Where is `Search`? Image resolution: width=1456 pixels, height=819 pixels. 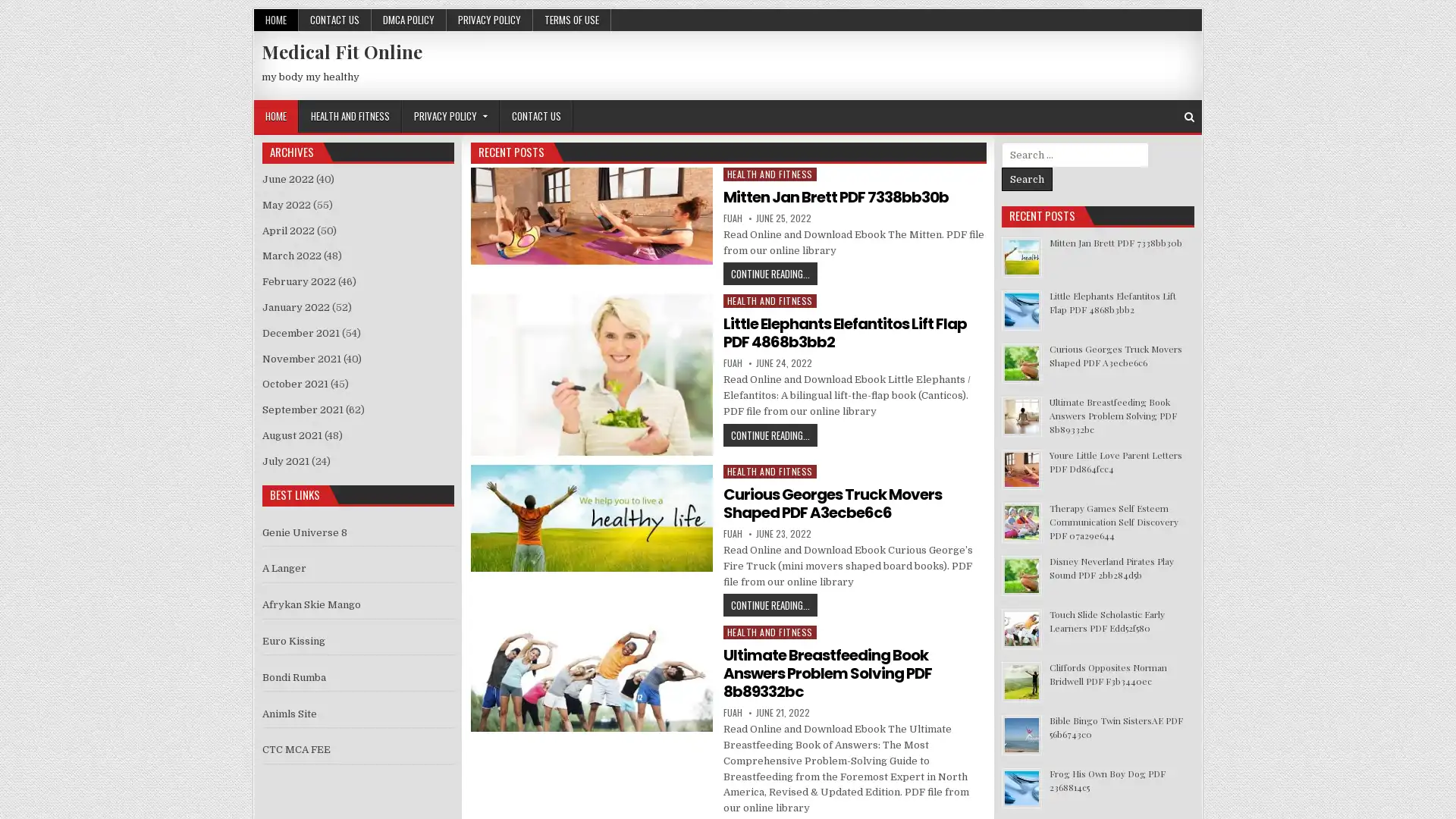 Search is located at coordinates (1027, 178).